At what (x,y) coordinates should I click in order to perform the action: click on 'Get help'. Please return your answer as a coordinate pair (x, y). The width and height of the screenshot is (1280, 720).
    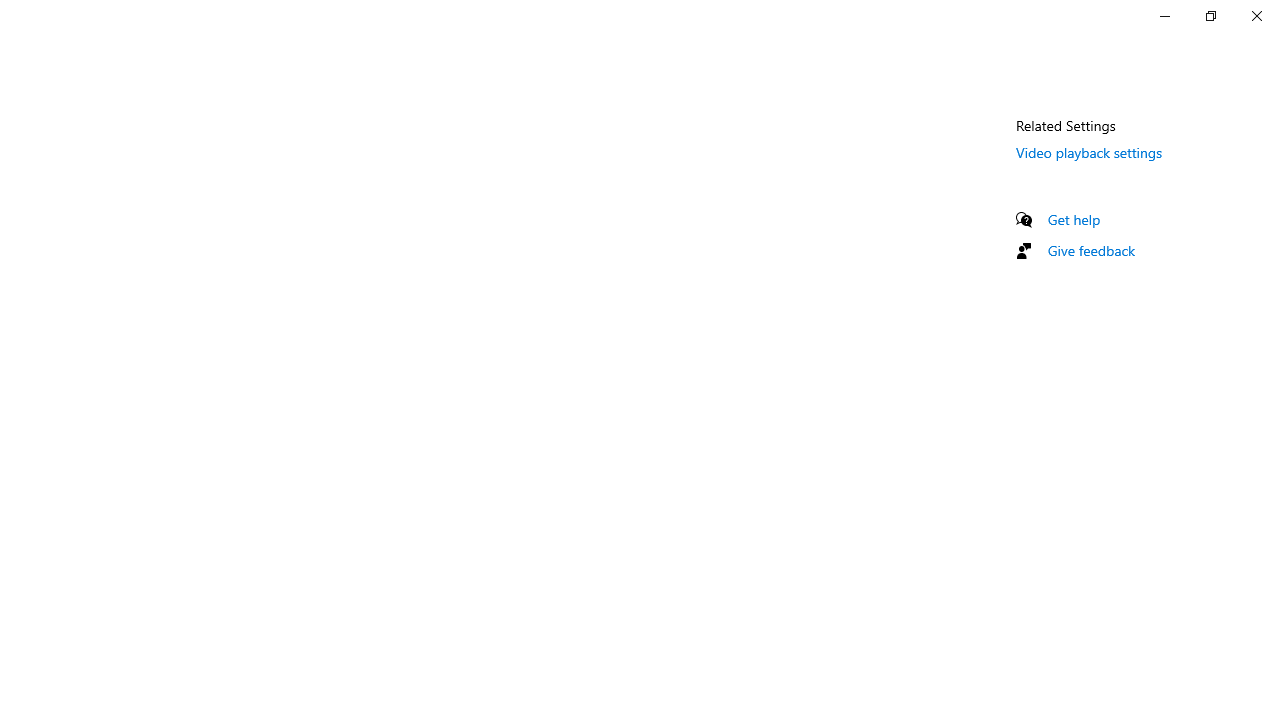
    Looking at the image, I should click on (1073, 219).